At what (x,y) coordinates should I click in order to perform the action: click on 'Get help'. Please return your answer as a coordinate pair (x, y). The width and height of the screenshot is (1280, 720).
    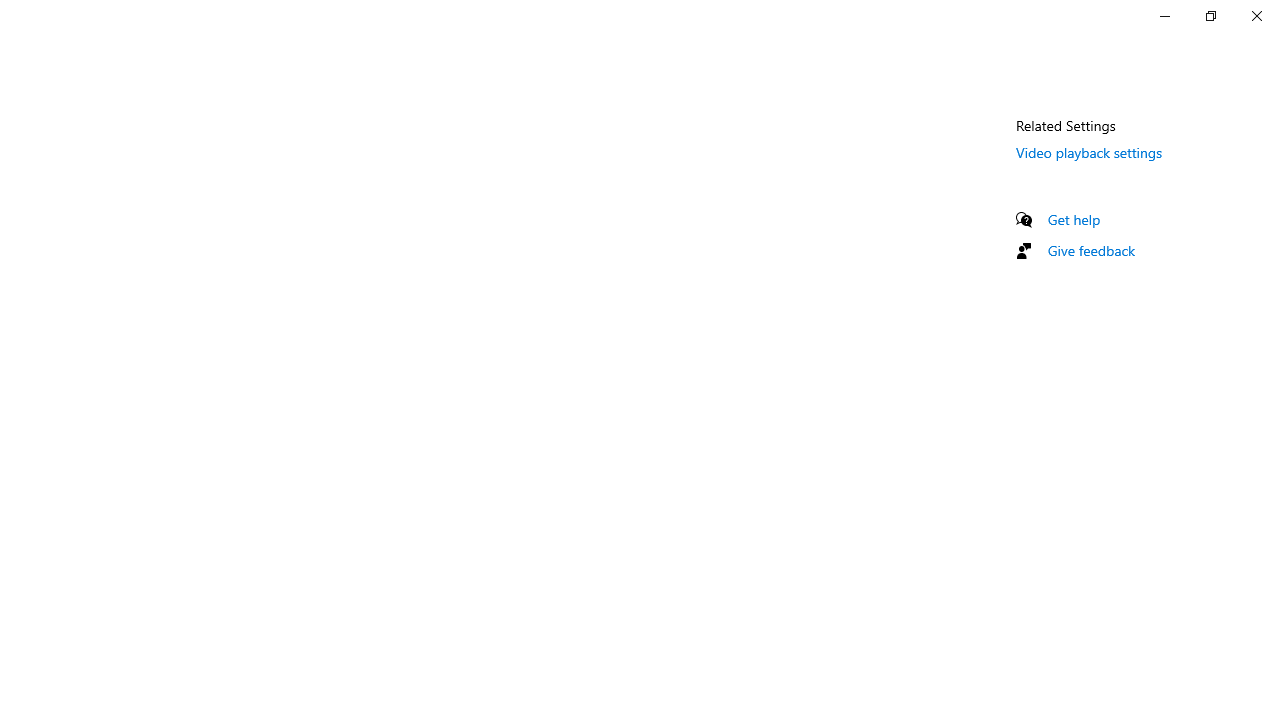
    Looking at the image, I should click on (1073, 219).